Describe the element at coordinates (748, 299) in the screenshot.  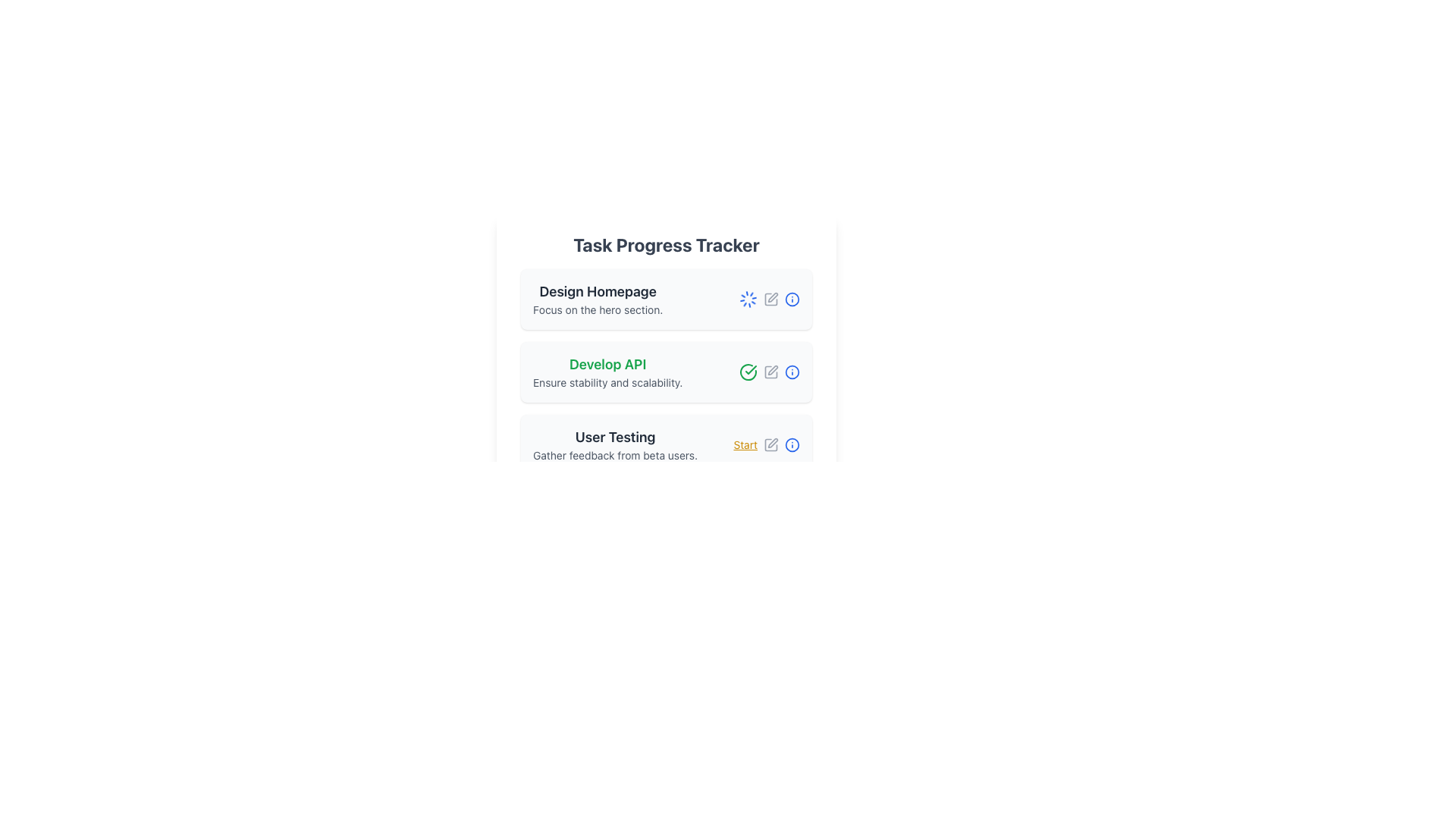
I see `the small circular blue loading spinner located within the first task card labeled 'Design Homepage', positioned near the edit icon` at that location.